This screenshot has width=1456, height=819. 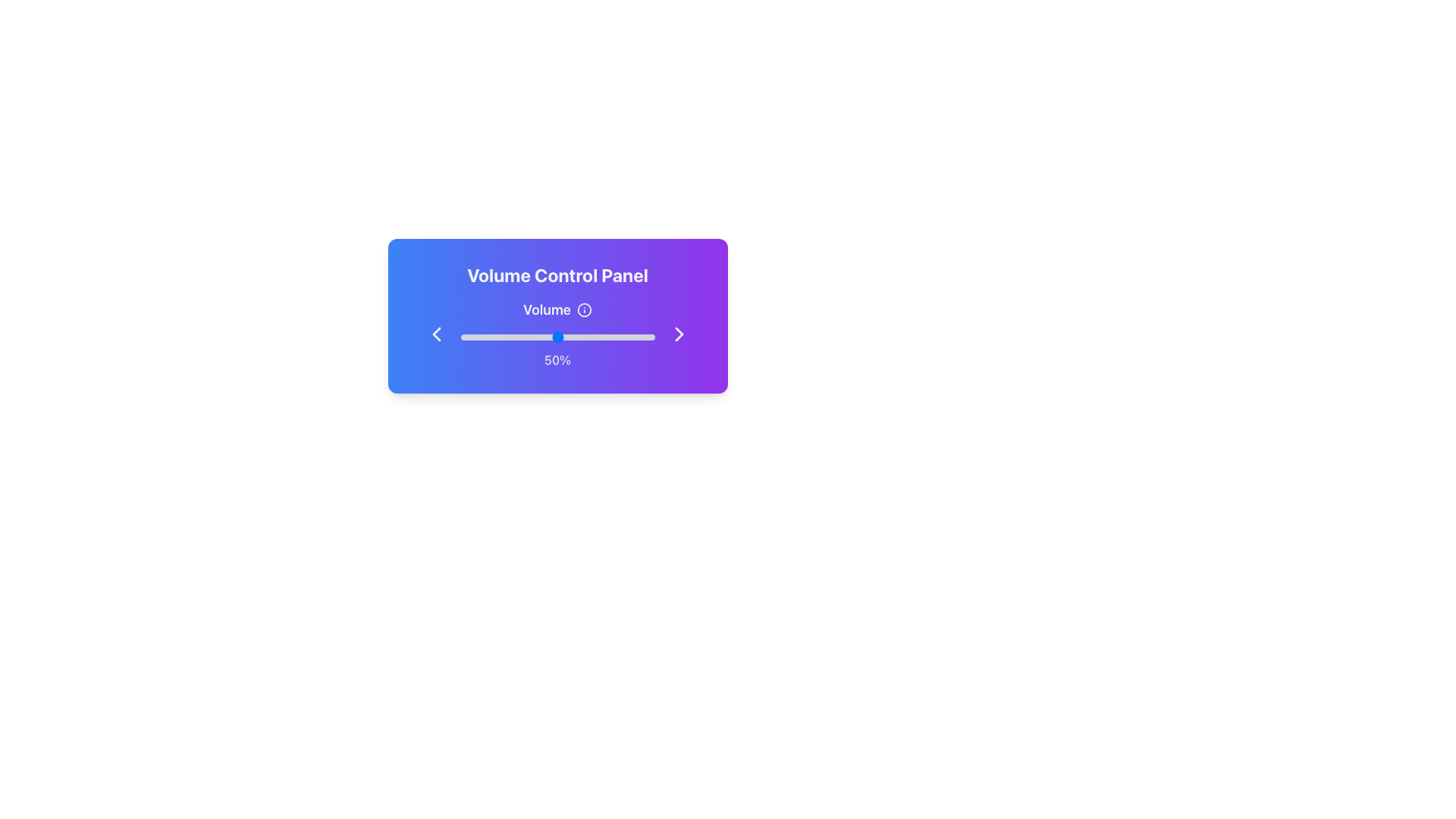 What do you see at coordinates (595, 336) in the screenshot?
I see `the volume level` at bounding box center [595, 336].